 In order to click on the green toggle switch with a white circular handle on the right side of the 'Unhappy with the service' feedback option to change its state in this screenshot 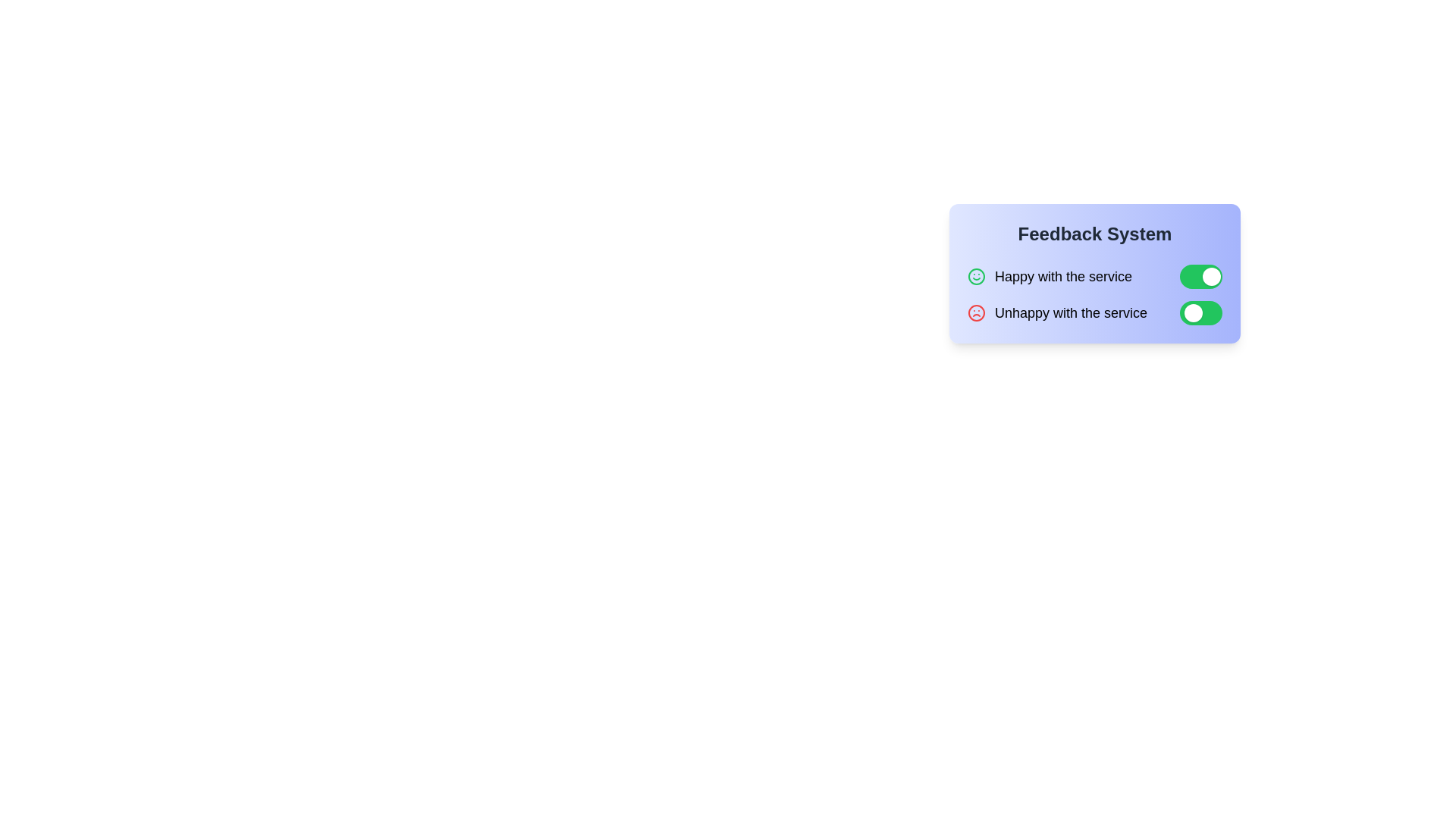, I will do `click(1095, 312)`.